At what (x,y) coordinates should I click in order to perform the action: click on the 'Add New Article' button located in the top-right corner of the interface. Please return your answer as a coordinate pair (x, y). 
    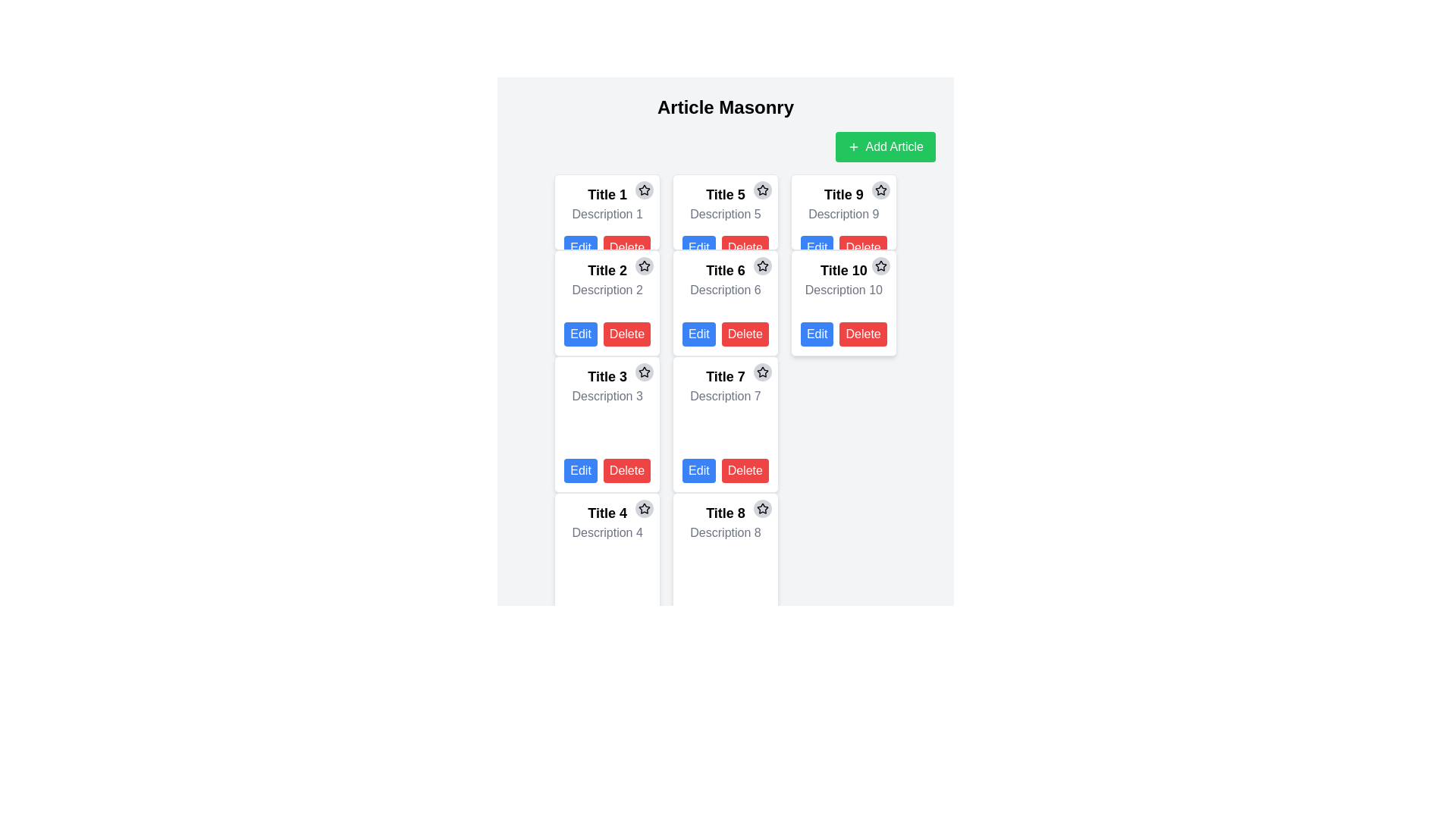
    Looking at the image, I should click on (885, 146).